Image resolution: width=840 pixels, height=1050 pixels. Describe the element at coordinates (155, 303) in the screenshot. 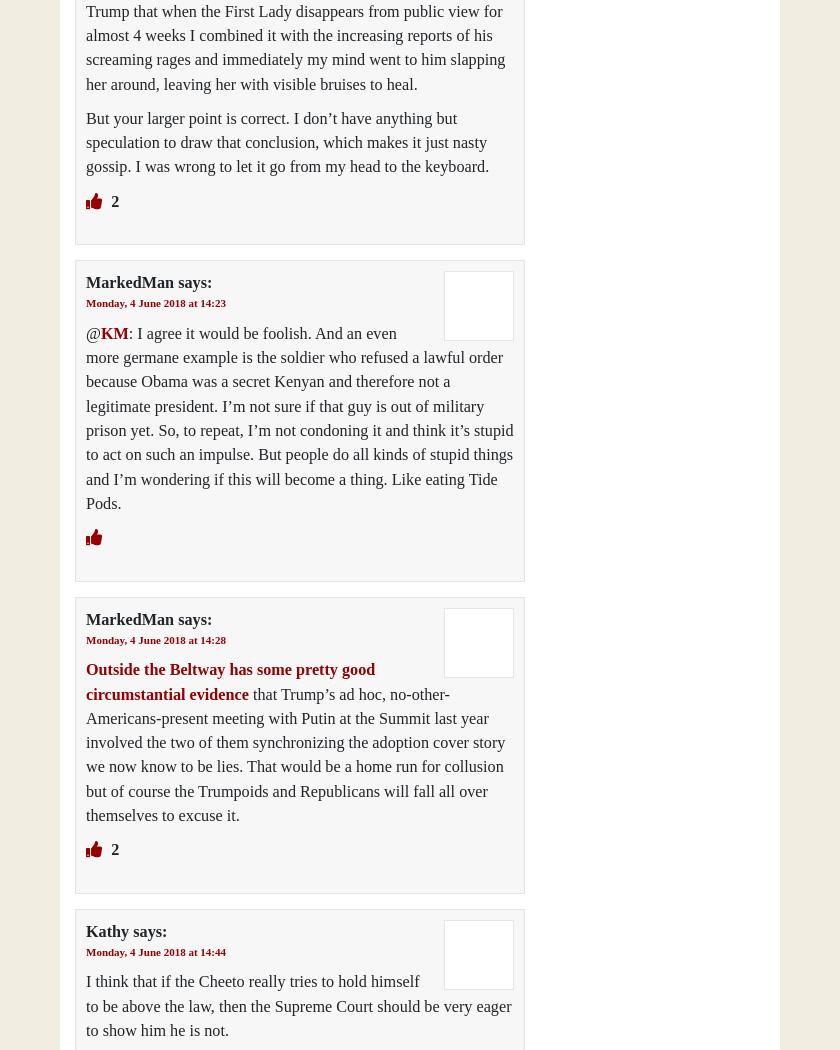

I see `'Monday, 4 June 2018 at 14:23'` at that location.